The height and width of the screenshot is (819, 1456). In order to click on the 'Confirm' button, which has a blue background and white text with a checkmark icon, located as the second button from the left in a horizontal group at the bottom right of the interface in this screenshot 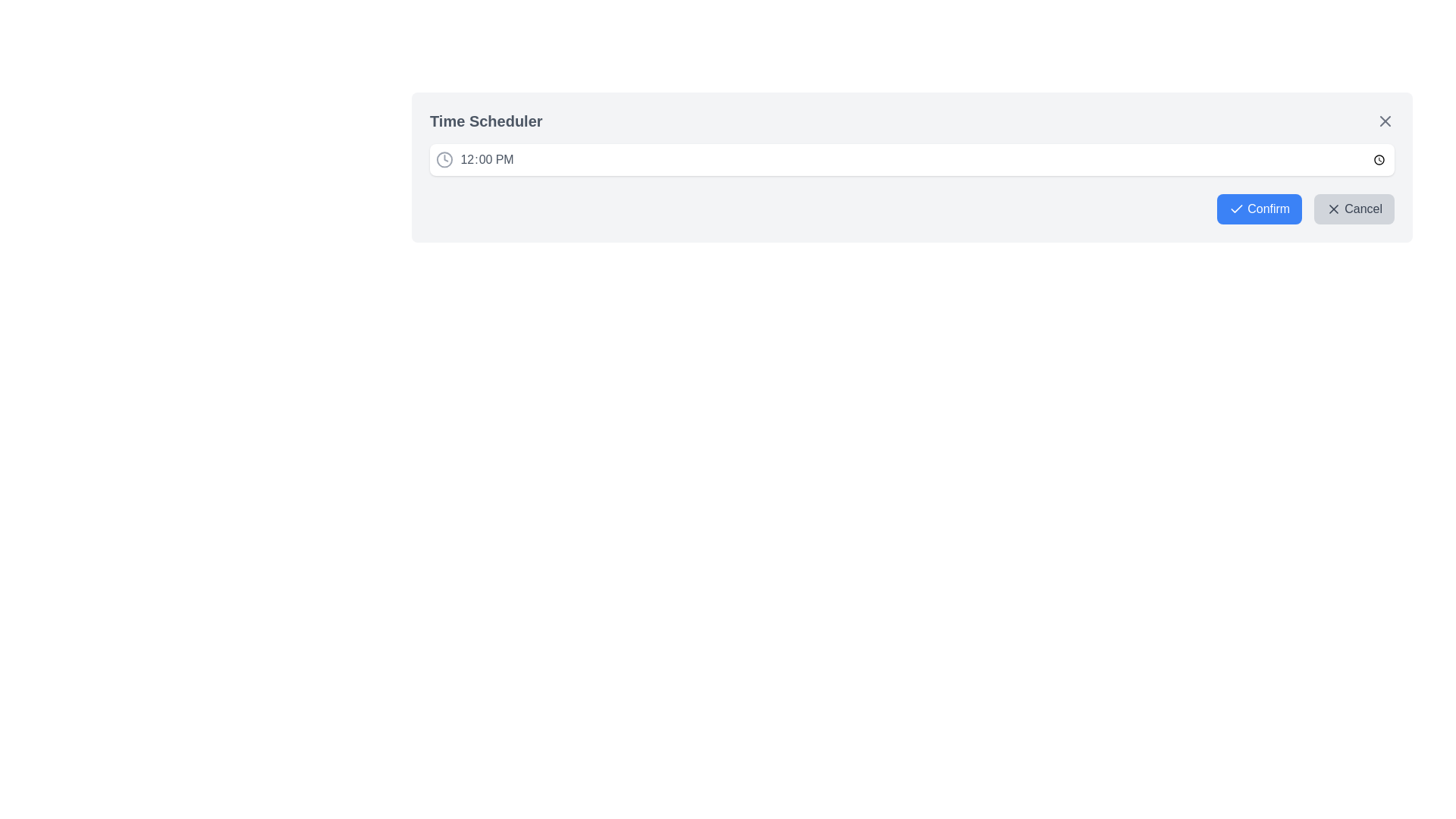, I will do `click(1260, 209)`.